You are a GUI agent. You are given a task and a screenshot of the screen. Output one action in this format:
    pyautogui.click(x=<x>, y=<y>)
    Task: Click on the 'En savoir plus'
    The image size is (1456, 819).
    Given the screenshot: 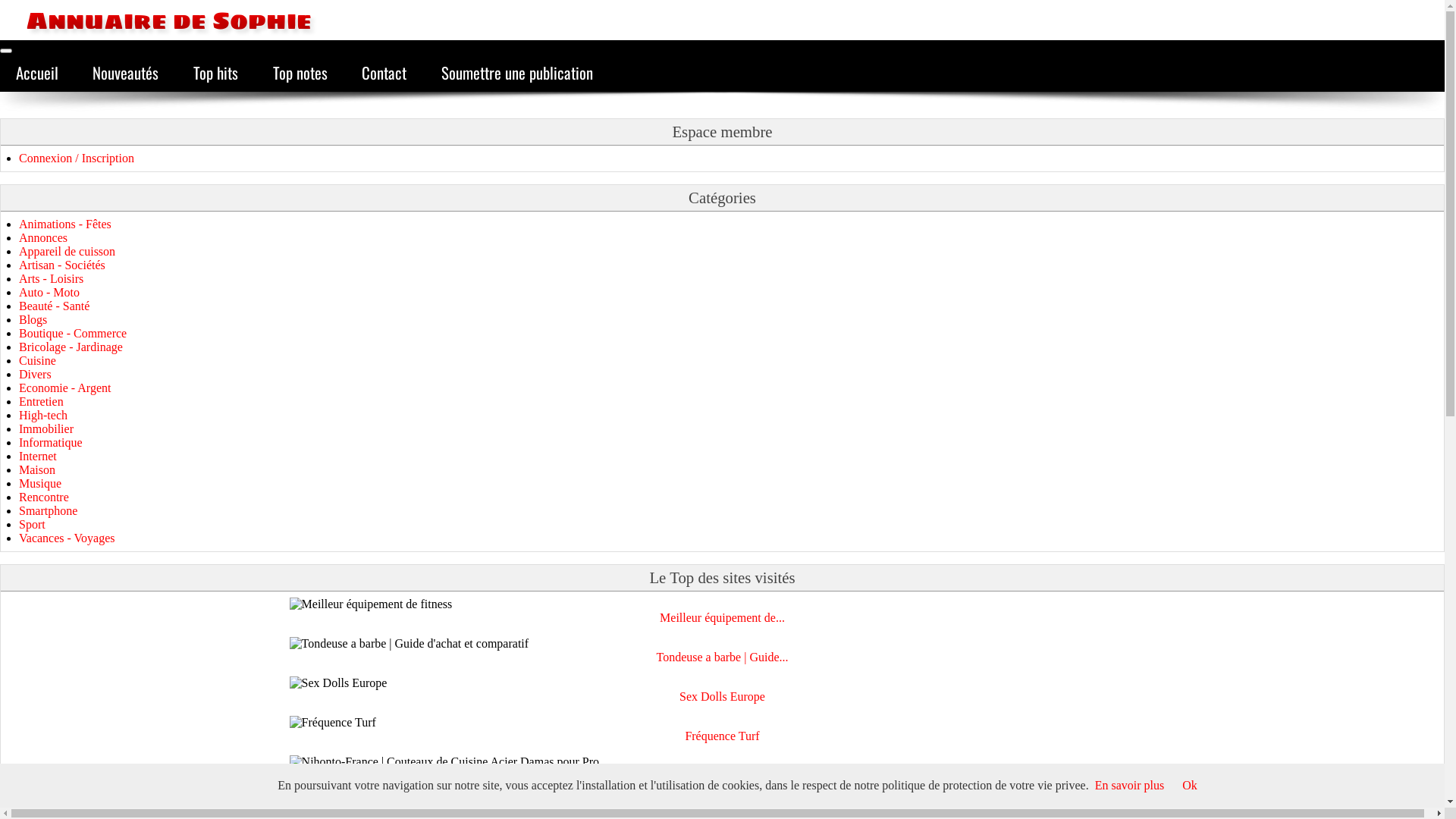 What is the action you would take?
    pyautogui.click(x=1129, y=785)
    